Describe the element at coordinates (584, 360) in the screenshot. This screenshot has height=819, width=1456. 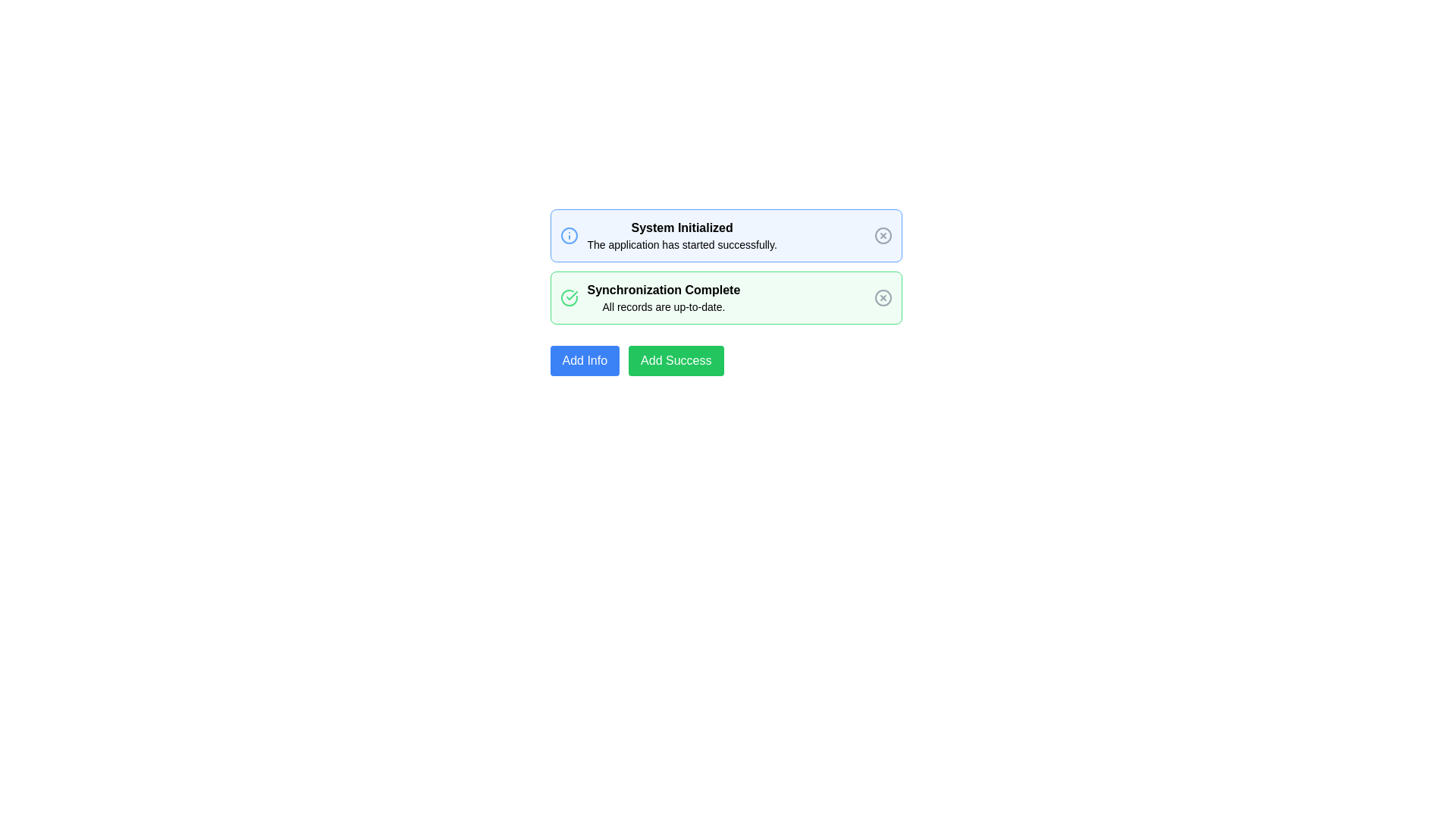
I see `the 'Add Info' button with bold white text on a blue background, located at the leftmost position among two horizontally aligned buttons` at that location.